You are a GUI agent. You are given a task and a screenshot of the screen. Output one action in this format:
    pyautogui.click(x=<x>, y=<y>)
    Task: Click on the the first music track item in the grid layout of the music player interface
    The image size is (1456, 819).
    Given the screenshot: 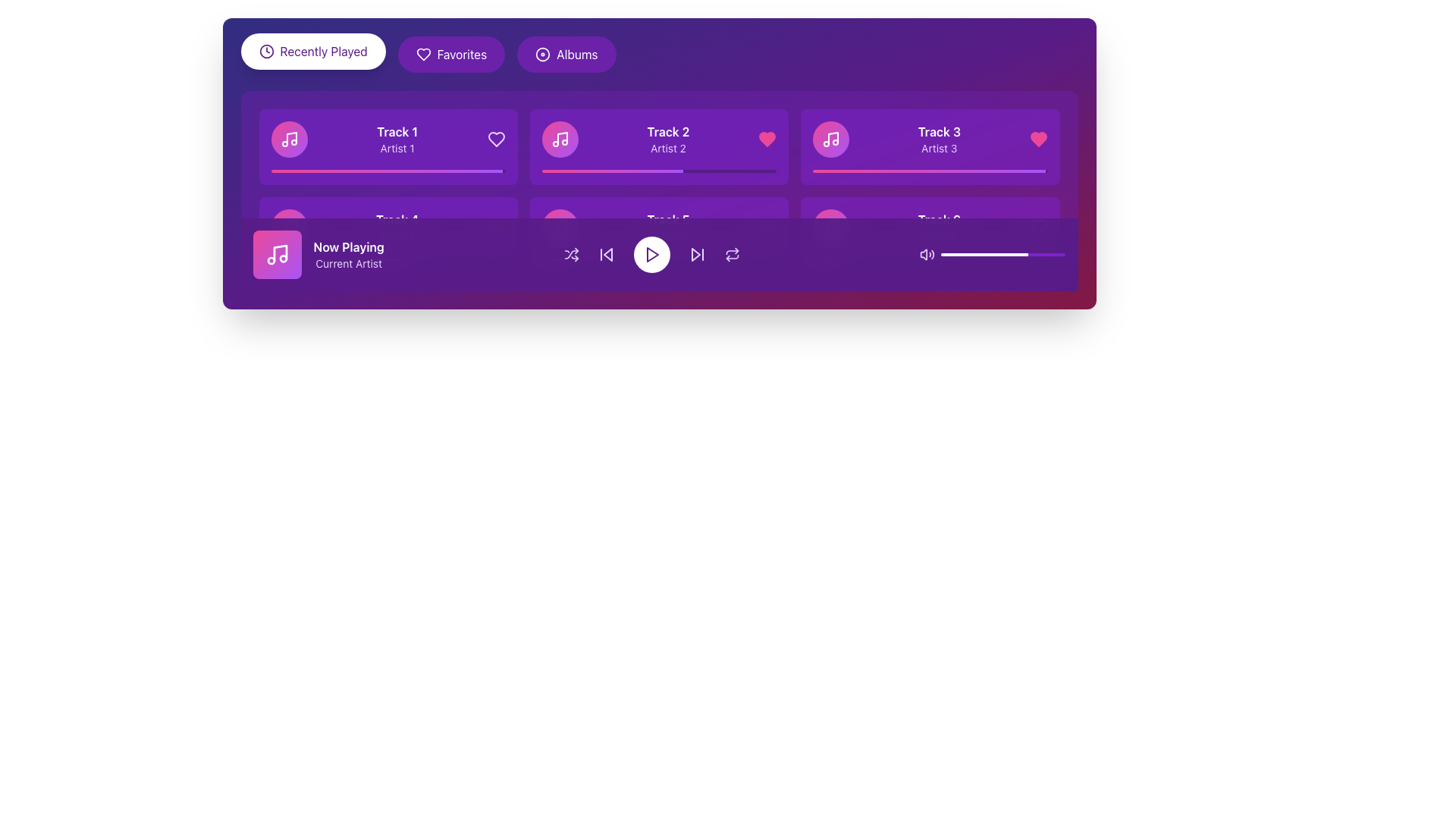 What is the action you would take?
    pyautogui.click(x=388, y=140)
    